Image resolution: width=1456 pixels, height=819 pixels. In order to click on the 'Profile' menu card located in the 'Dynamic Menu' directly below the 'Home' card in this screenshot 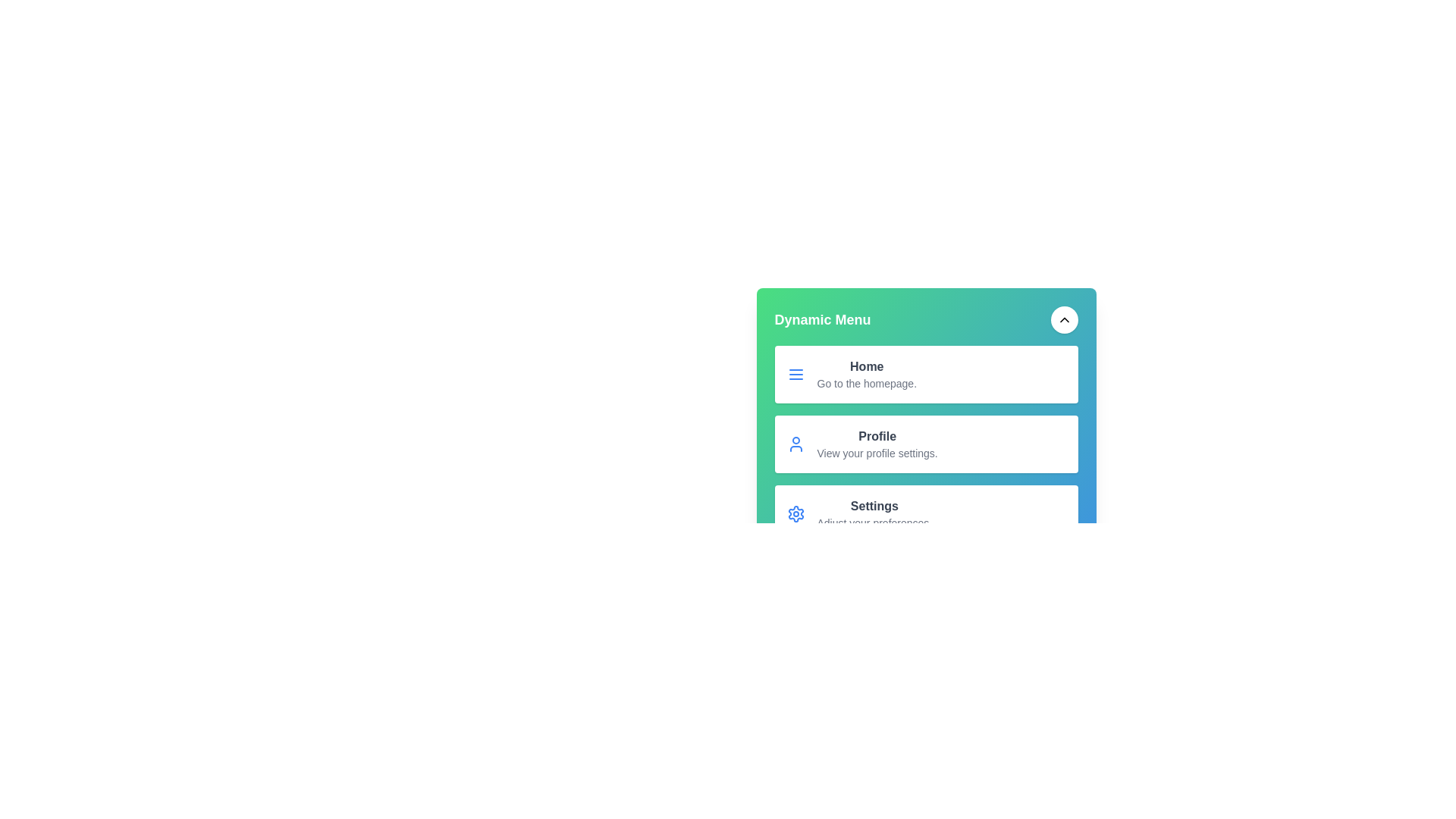, I will do `click(925, 444)`.